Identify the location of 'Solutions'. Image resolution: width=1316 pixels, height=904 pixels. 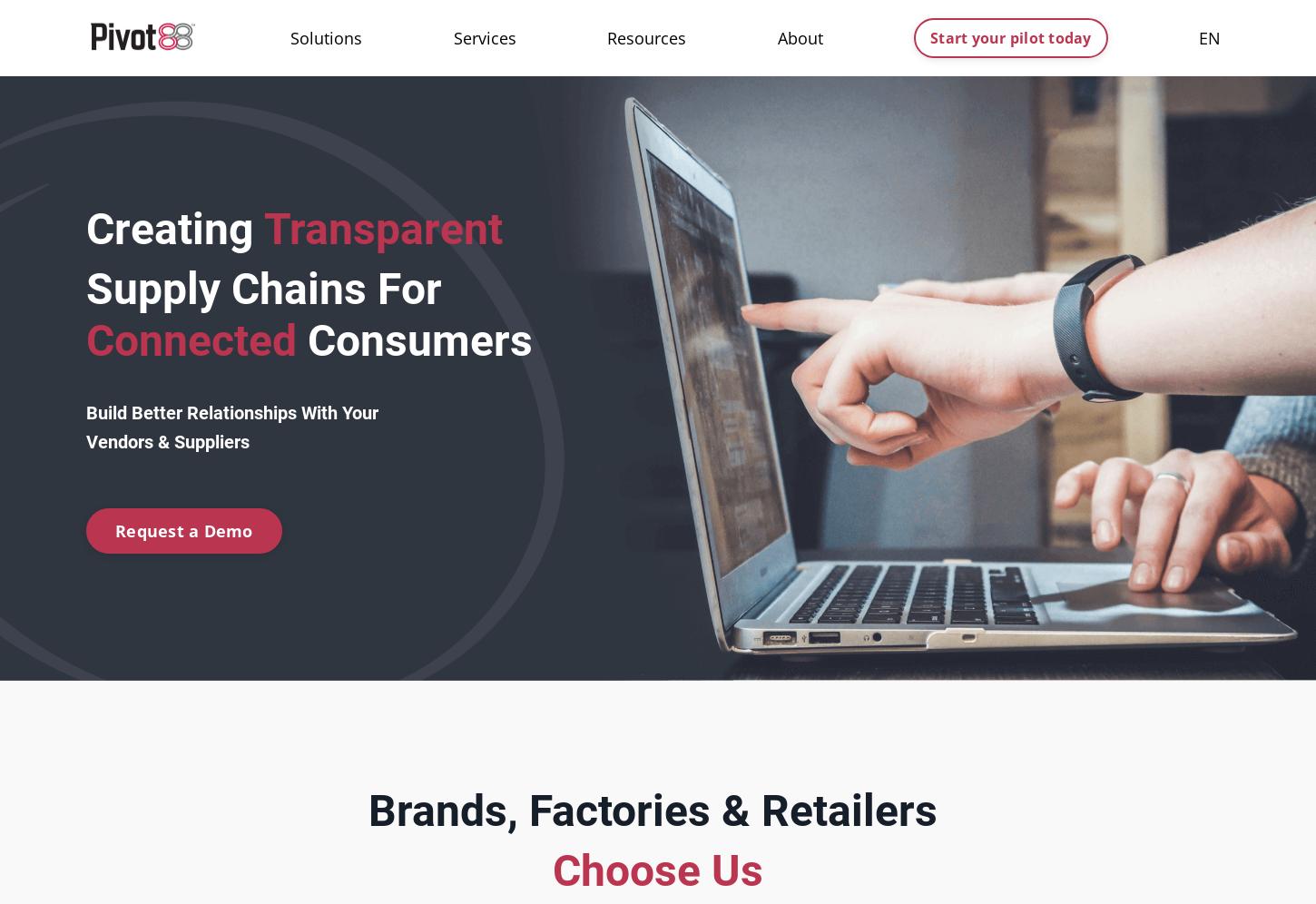
(326, 37).